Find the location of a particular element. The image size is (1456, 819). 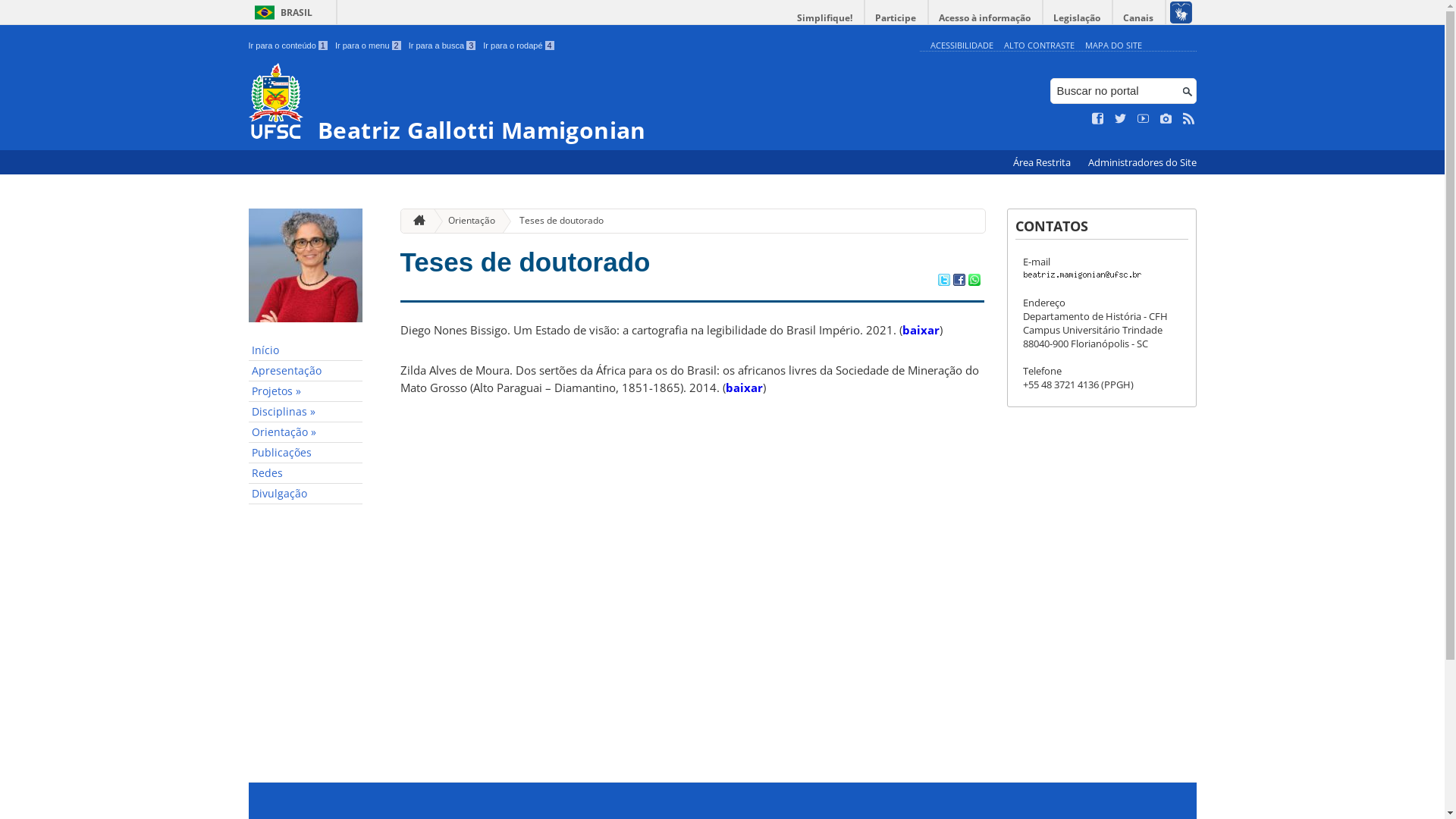

'ALTO CONTRASTE' is located at coordinates (1038, 44).